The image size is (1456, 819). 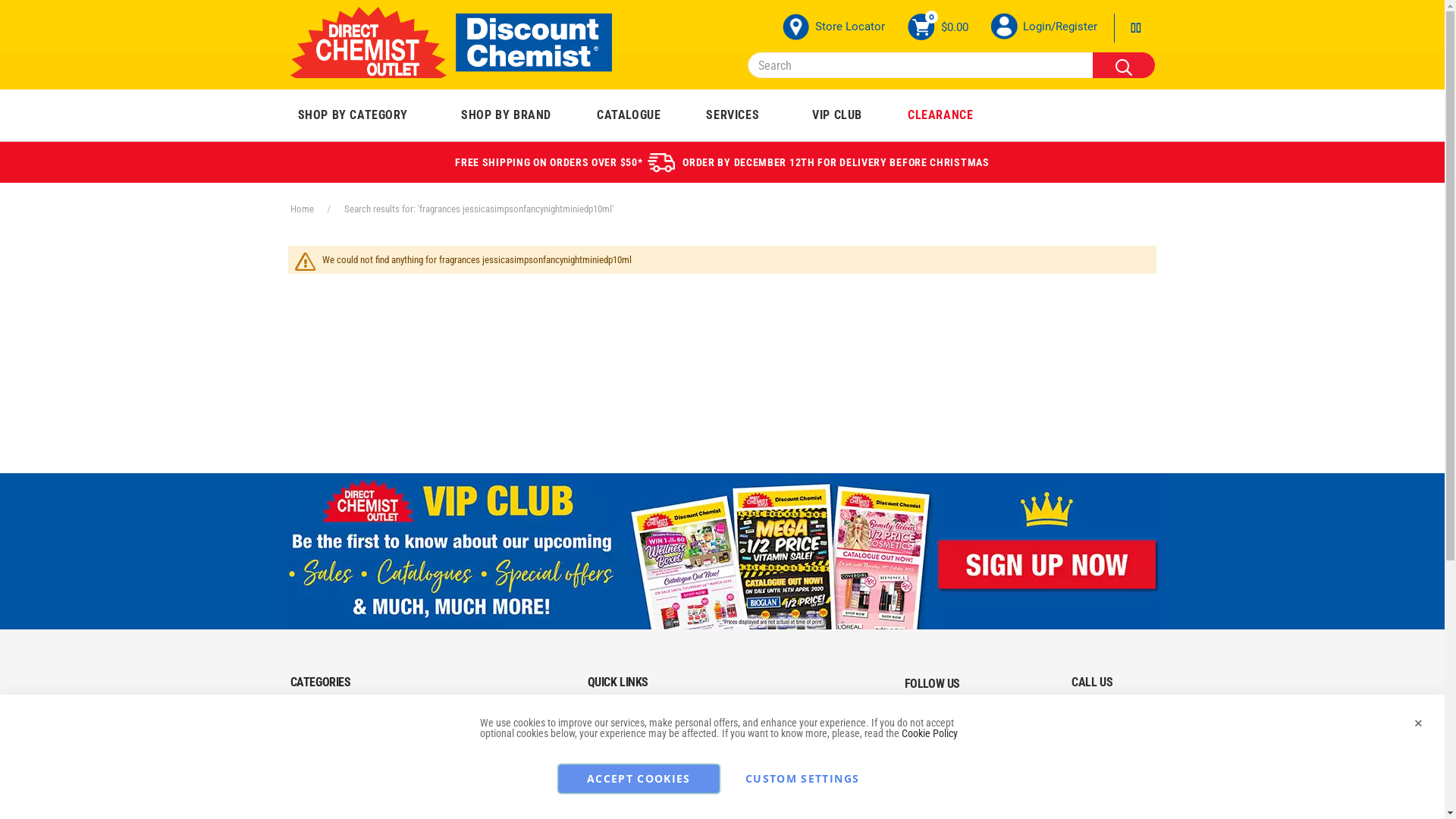 What do you see at coordinates (1058, 26) in the screenshot?
I see `'Login/Register'` at bounding box center [1058, 26].